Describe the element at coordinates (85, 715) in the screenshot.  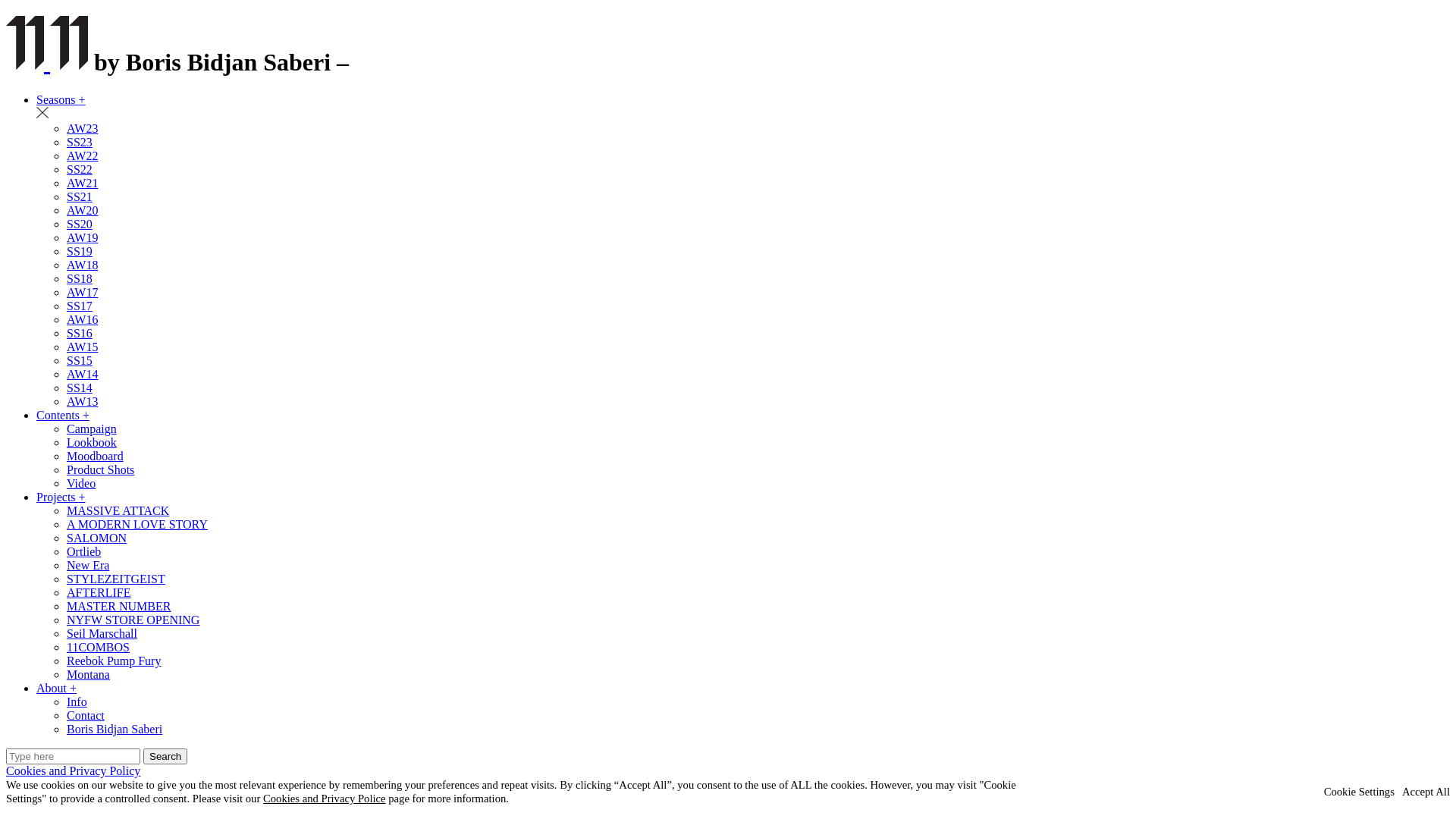
I see `'Contact'` at that location.